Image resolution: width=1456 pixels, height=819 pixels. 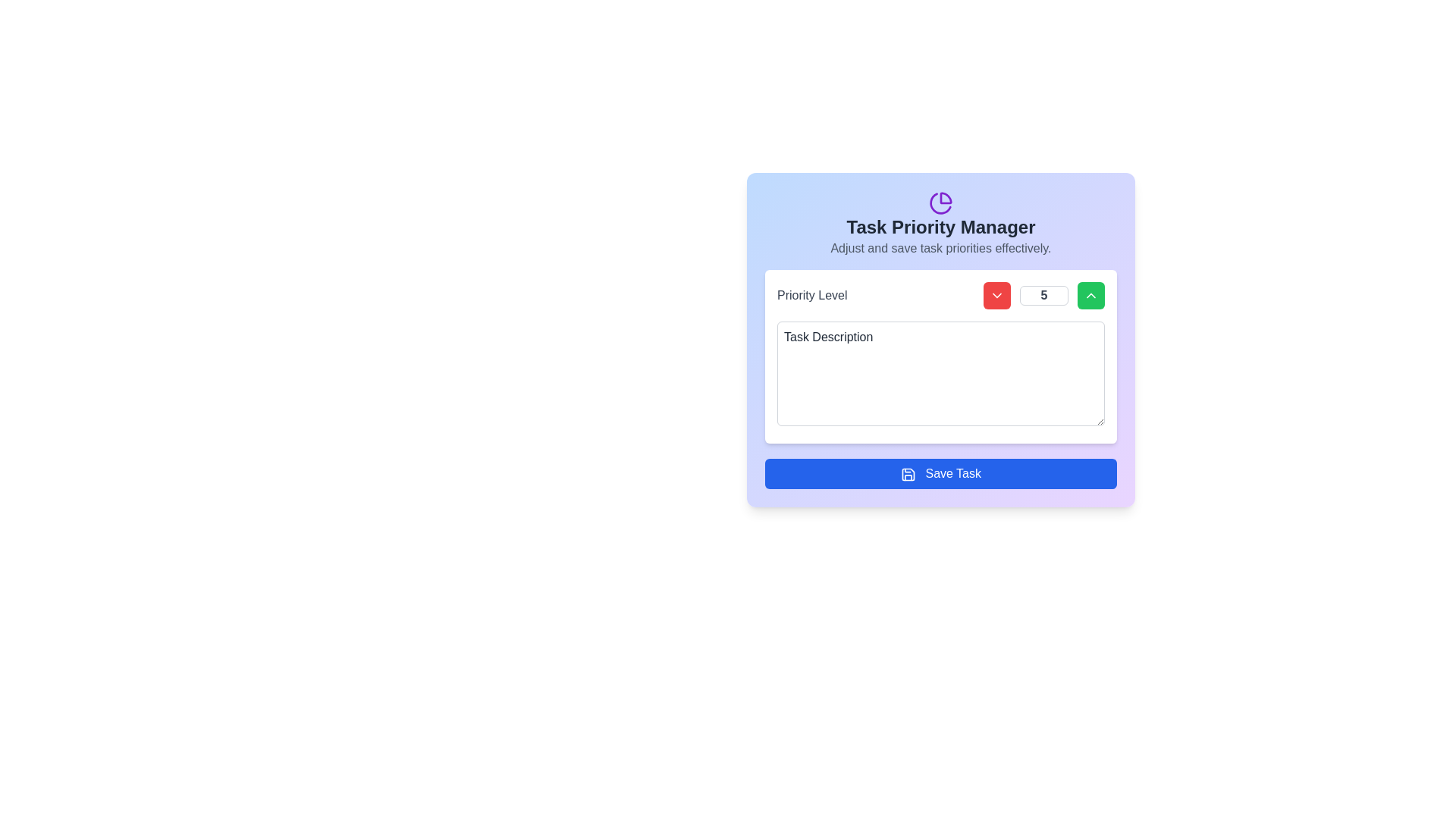 What do you see at coordinates (940, 247) in the screenshot?
I see `the instructional text element located below the 'Task Priority Manager' and above the 'Priority Level' input controls` at bounding box center [940, 247].